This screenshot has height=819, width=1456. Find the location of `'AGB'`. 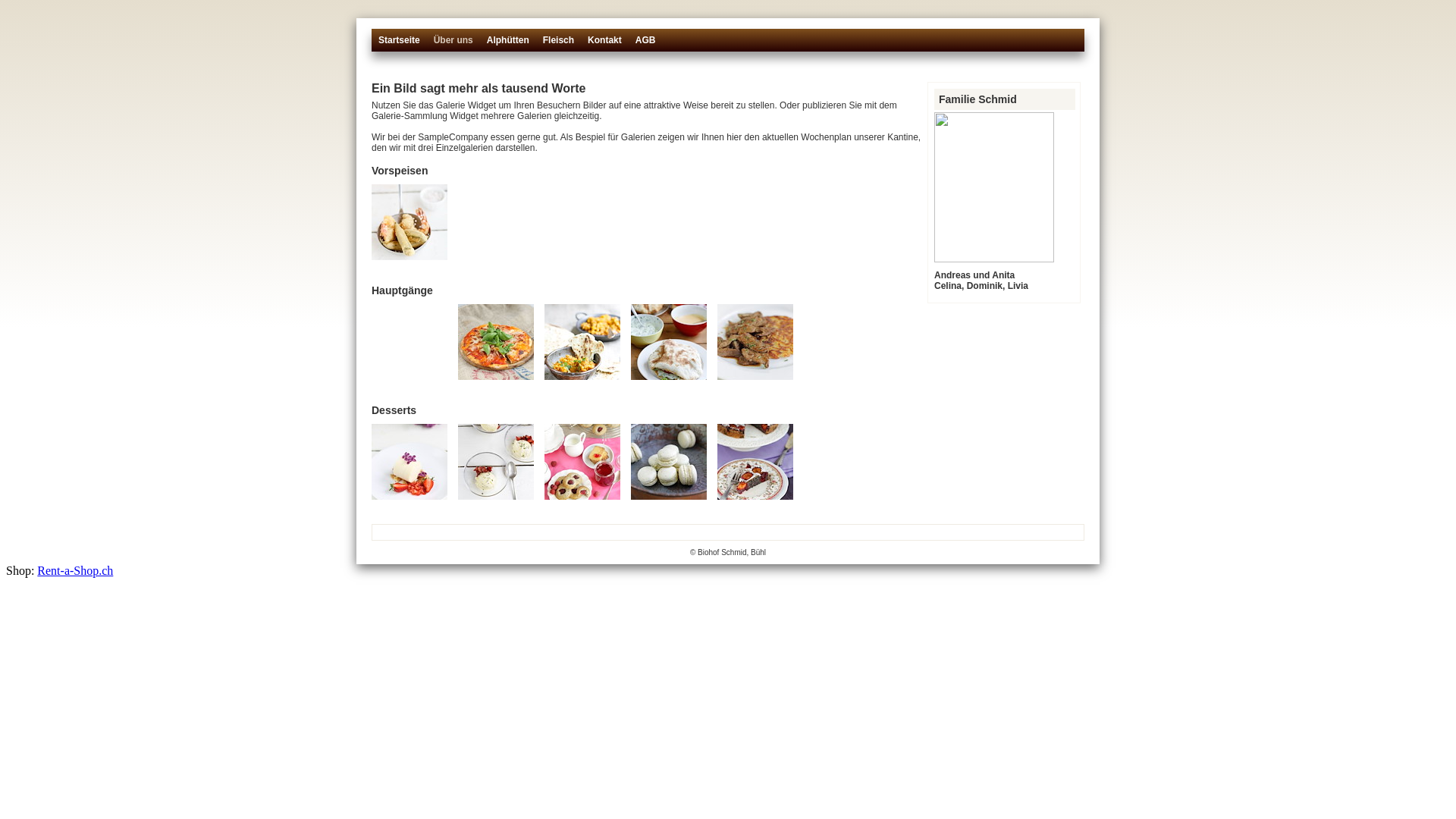

'AGB' is located at coordinates (634, 45).